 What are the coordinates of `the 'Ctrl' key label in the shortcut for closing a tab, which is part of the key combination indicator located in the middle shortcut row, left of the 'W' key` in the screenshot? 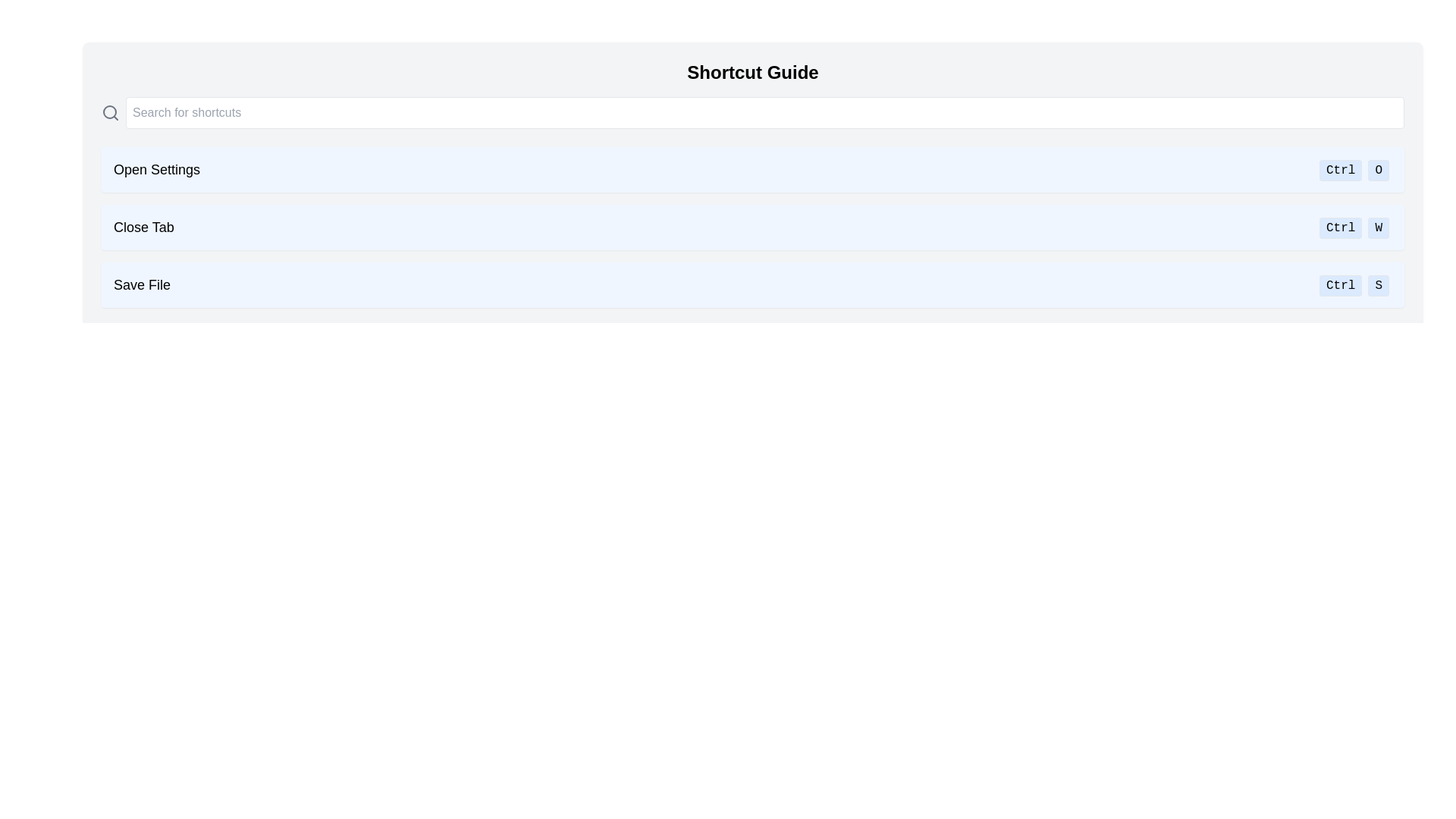 It's located at (1341, 227).